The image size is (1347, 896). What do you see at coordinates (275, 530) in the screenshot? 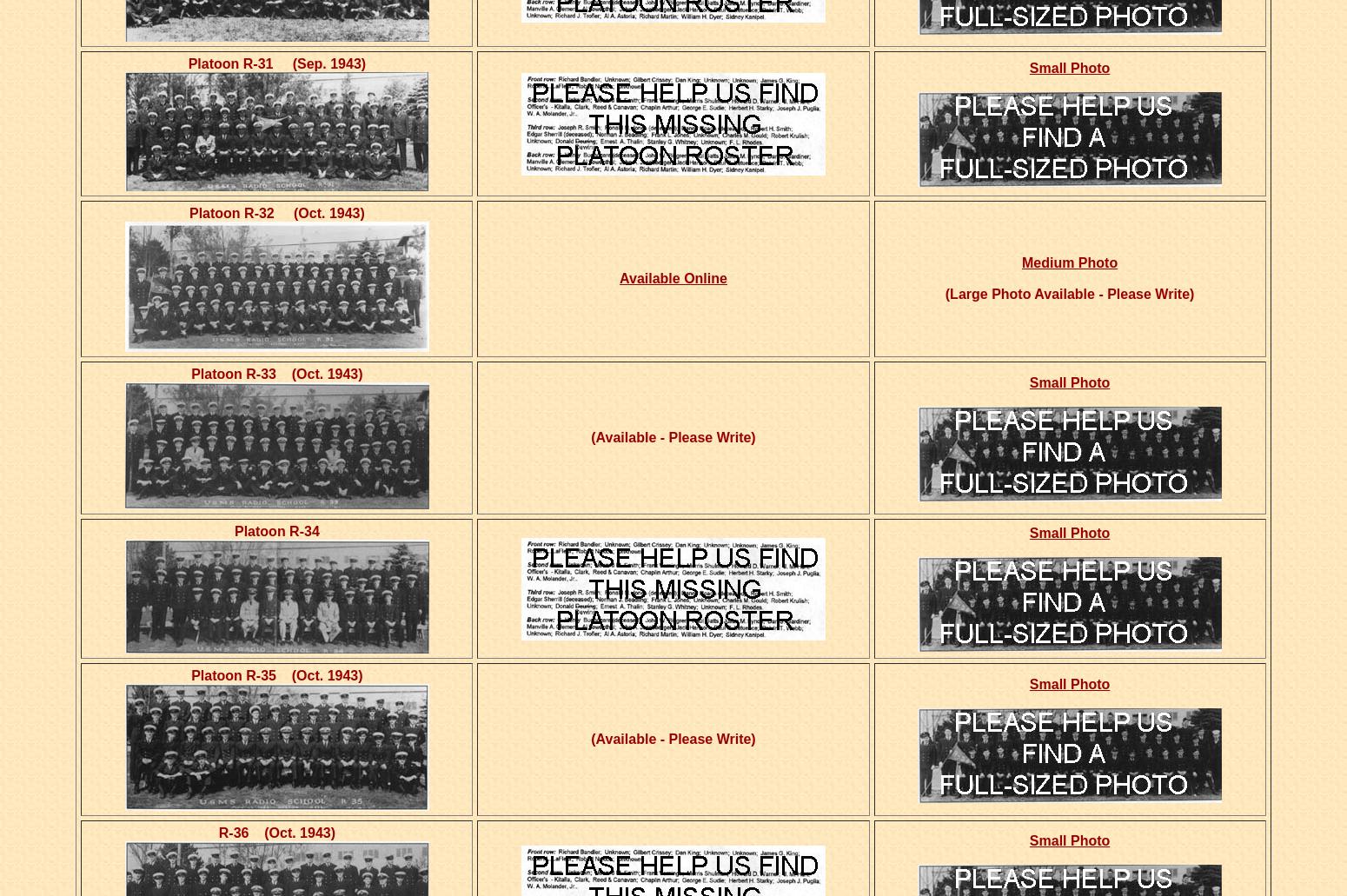
I see `'Platoon R-34'` at bounding box center [275, 530].